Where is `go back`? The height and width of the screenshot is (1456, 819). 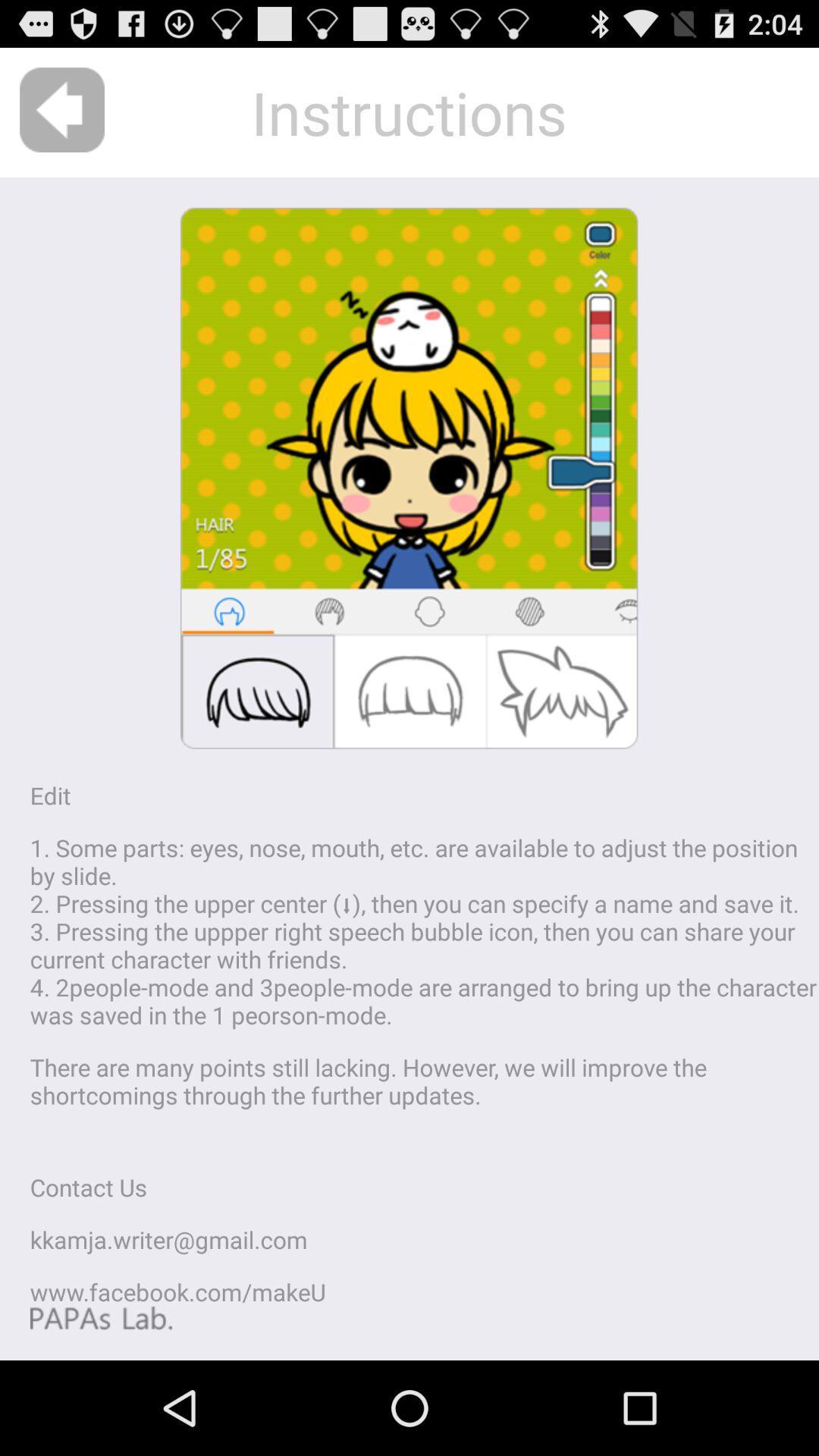
go back is located at coordinates (61, 109).